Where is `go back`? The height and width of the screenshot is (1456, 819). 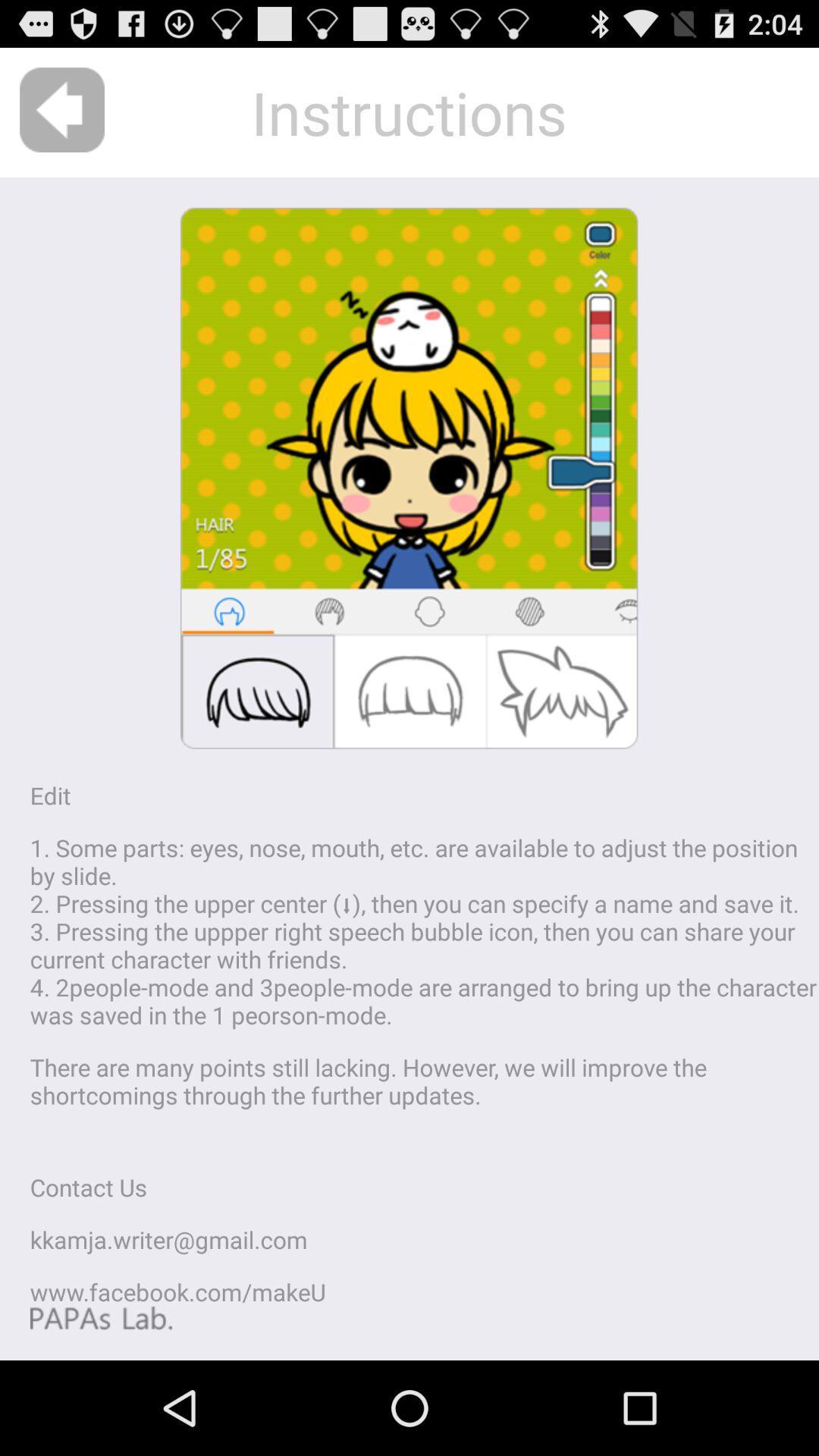
go back is located at coordinates (61, 109).